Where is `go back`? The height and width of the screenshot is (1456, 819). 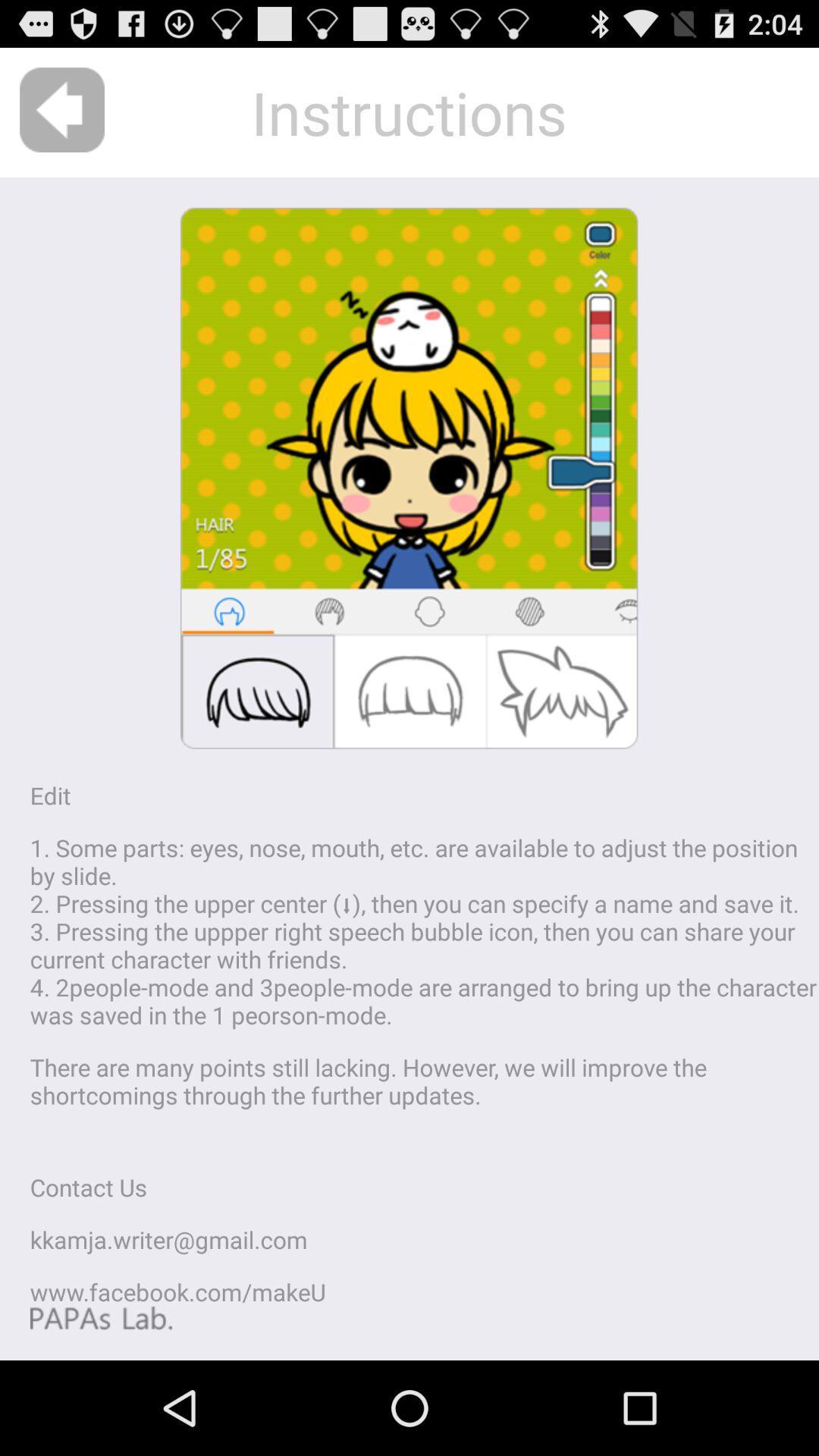
go back is located at coordinates (61, 109).